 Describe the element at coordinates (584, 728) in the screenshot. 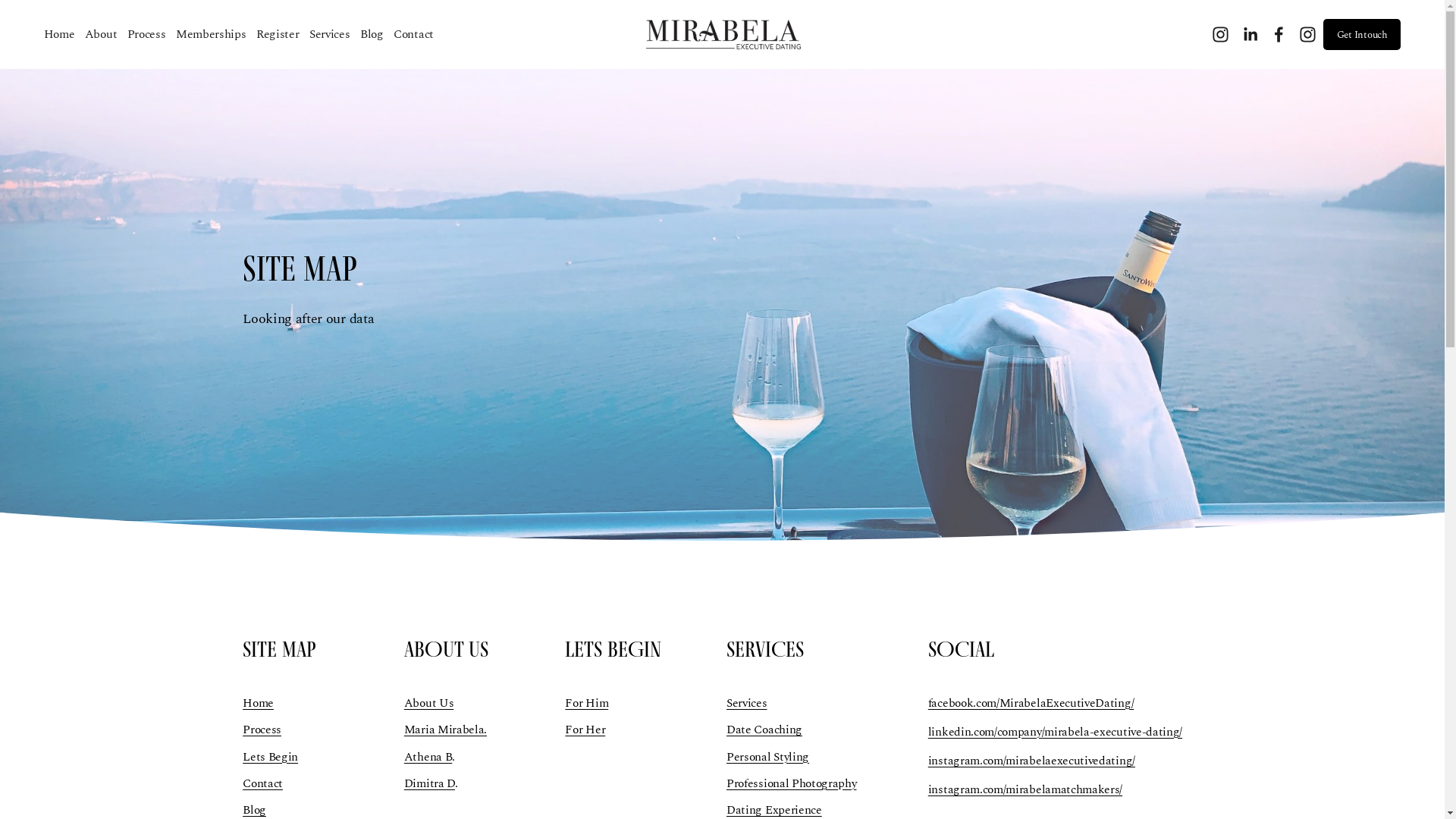

I see `'For Her'` at that location.